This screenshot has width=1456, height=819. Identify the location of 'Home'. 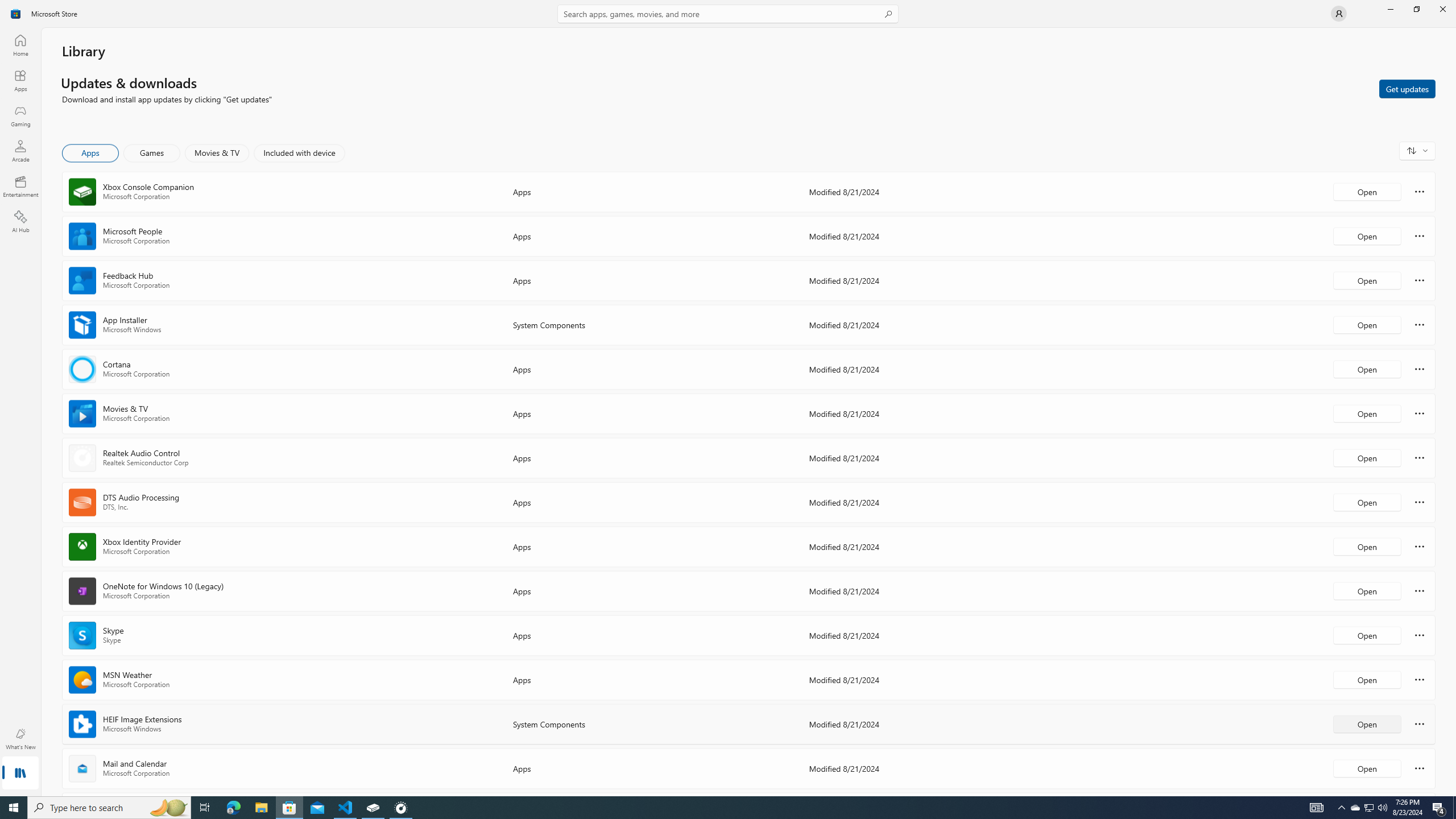
(19, 44).